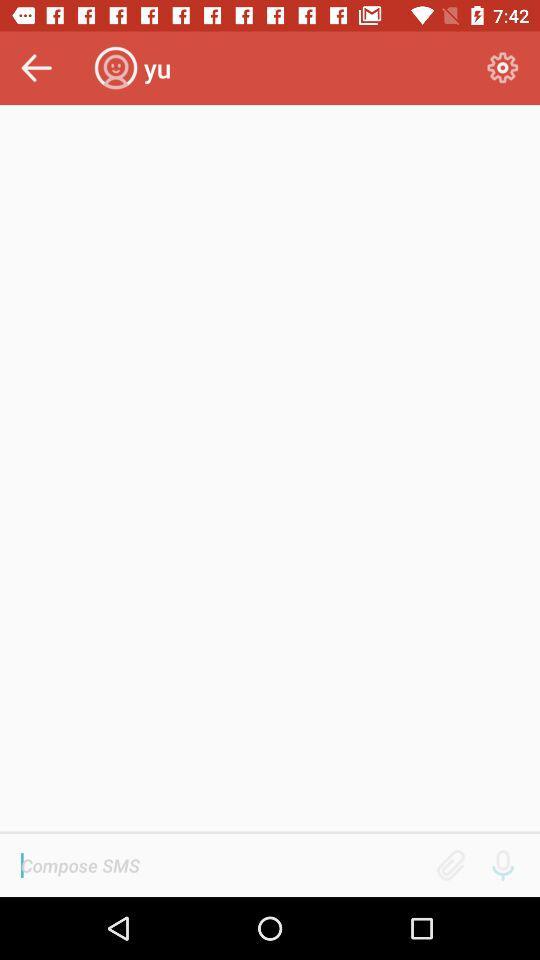  Describe the element at coordinates (502, 68) in the screenshot. I see `item to the right of the  yu` at that location.